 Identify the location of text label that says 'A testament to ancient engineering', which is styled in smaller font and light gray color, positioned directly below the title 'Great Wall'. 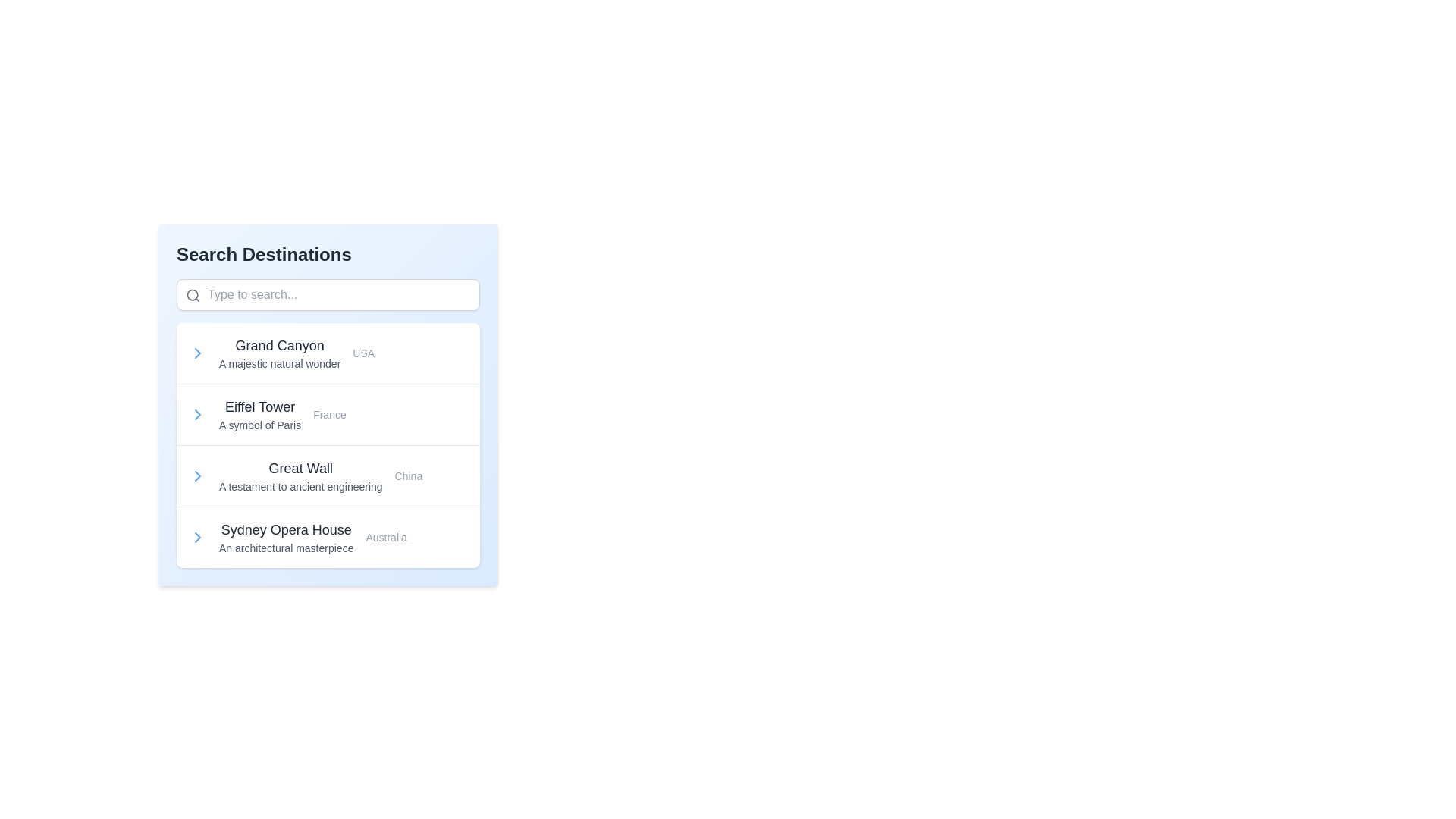
(300, 486).